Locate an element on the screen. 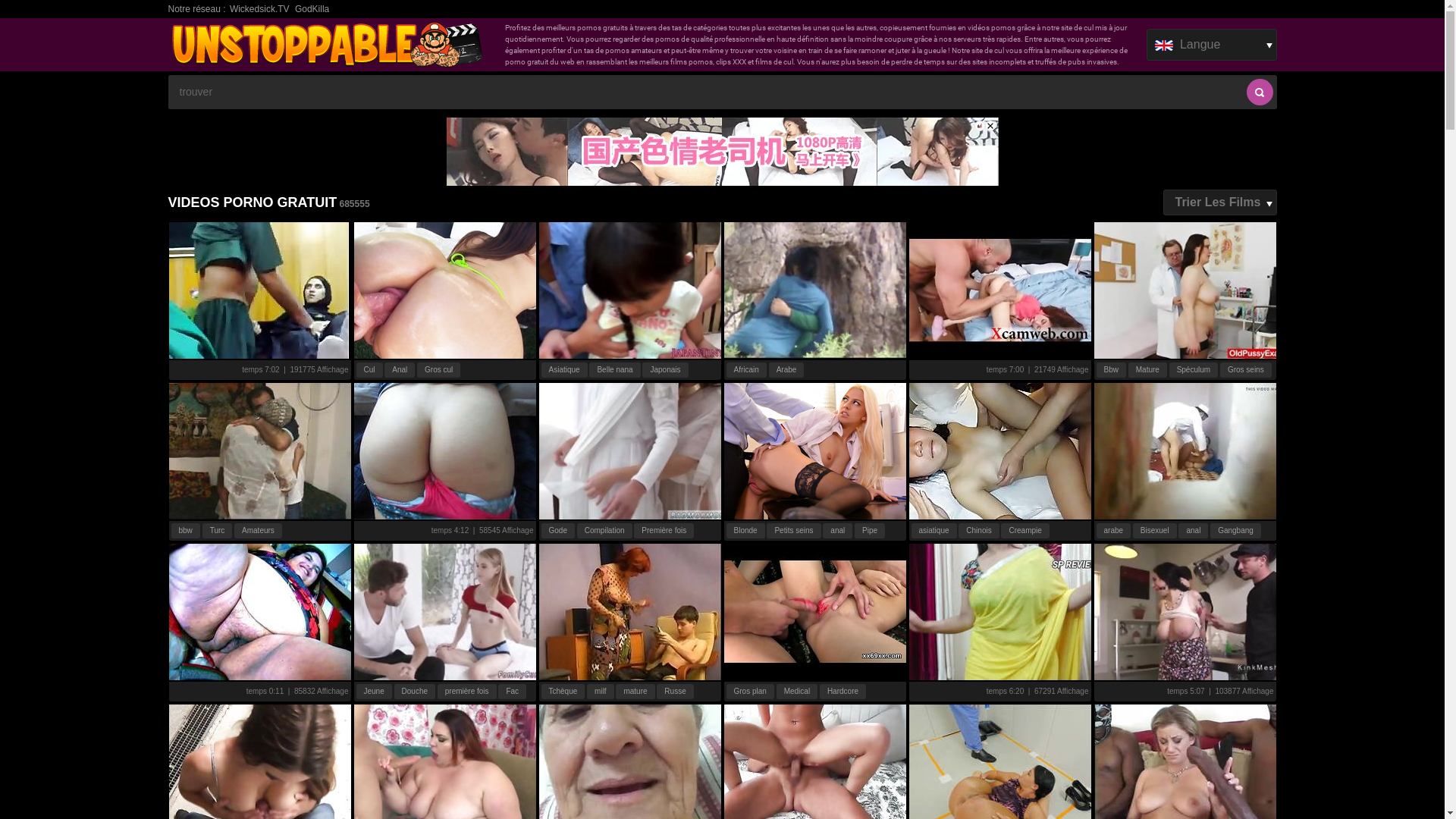 The image size is (1456, 819). 'Gangbang' is located at coordinates (1235, 529).